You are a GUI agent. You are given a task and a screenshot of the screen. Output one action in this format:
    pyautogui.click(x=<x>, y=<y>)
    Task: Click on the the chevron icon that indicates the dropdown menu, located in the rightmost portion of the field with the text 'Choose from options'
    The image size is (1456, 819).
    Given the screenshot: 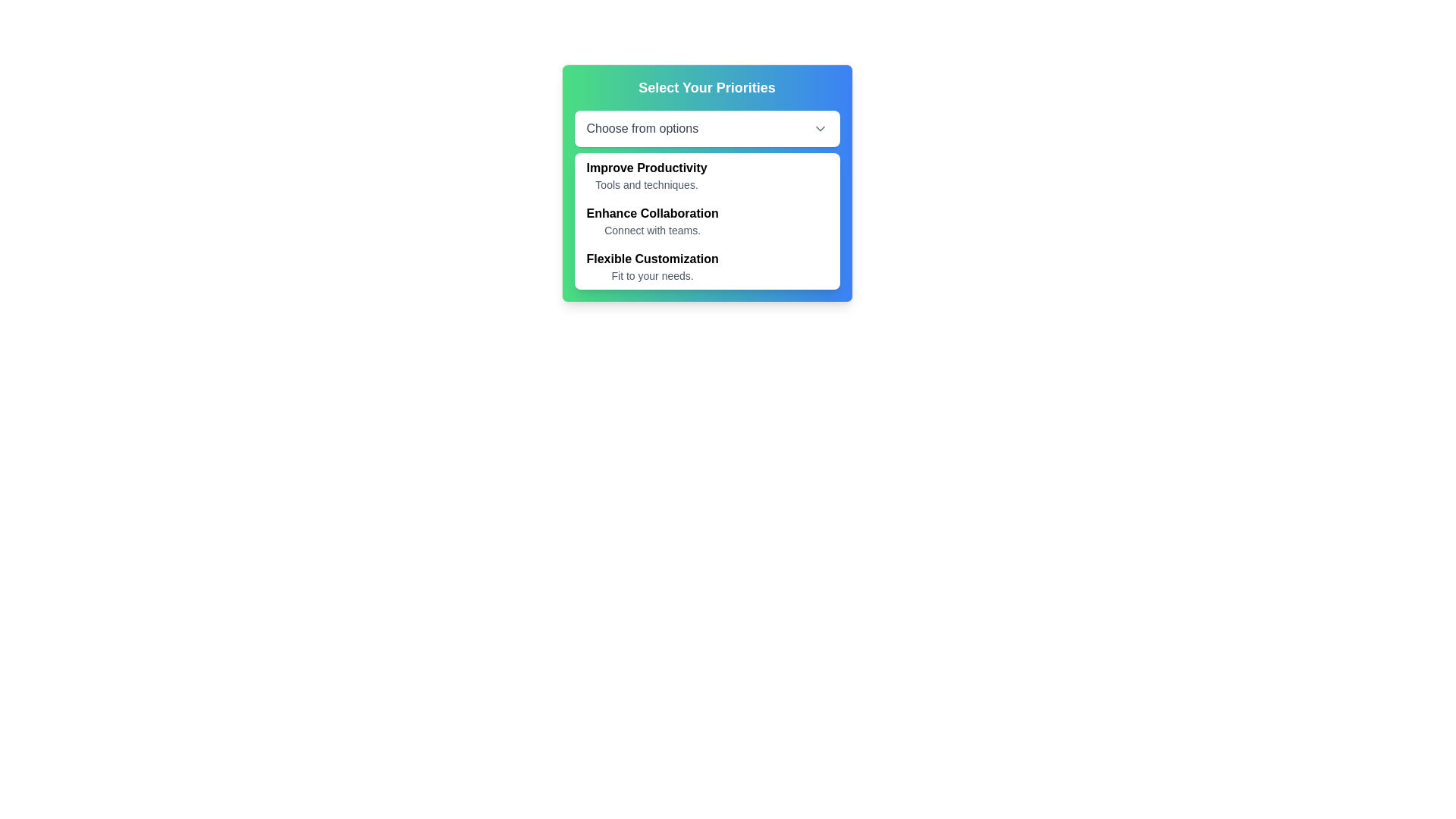 What is the action you would take?
    pyautogui.click(x=819, y=127)
    